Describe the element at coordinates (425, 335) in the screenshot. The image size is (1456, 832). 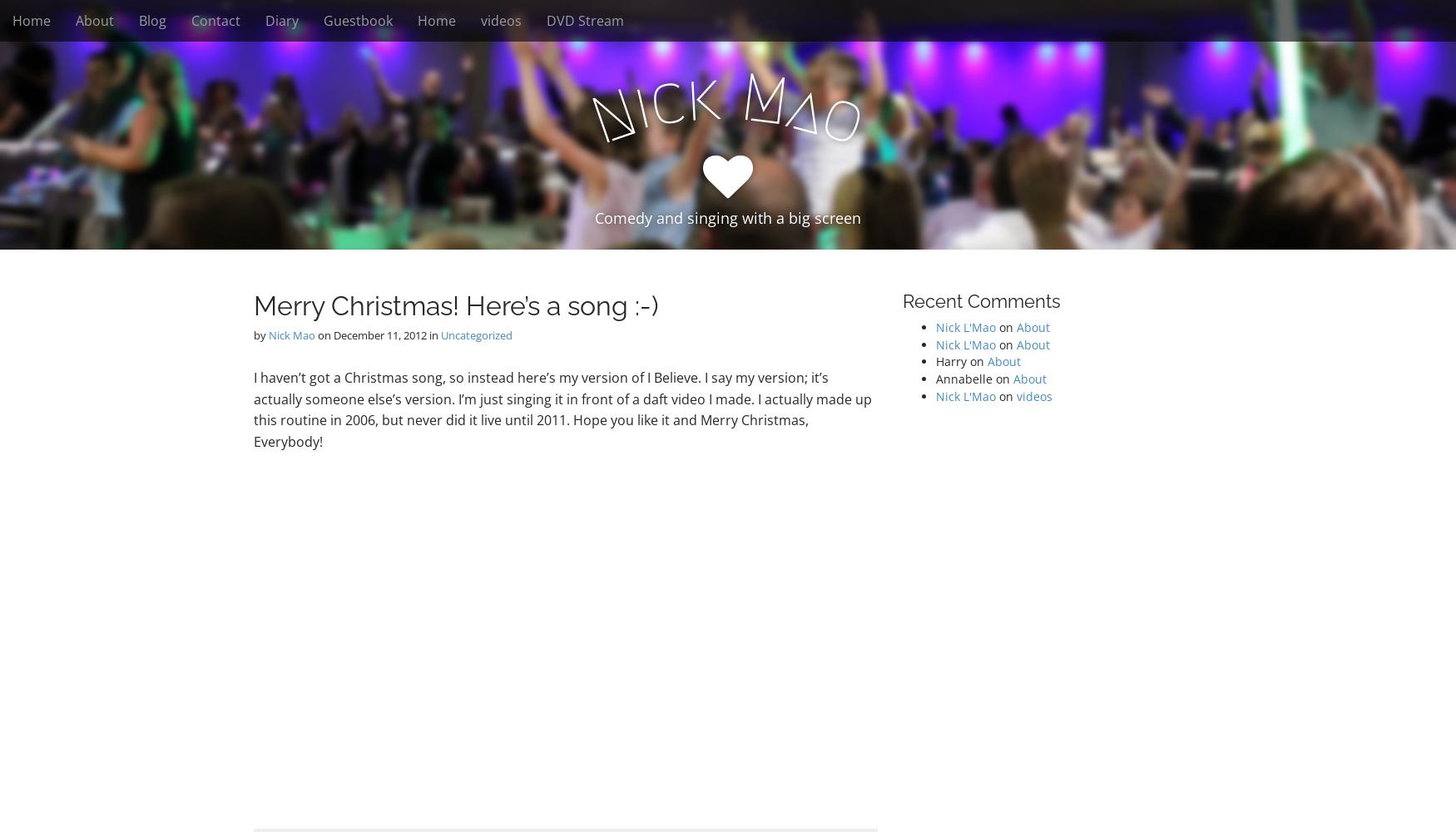
I see `'in'` at that location.